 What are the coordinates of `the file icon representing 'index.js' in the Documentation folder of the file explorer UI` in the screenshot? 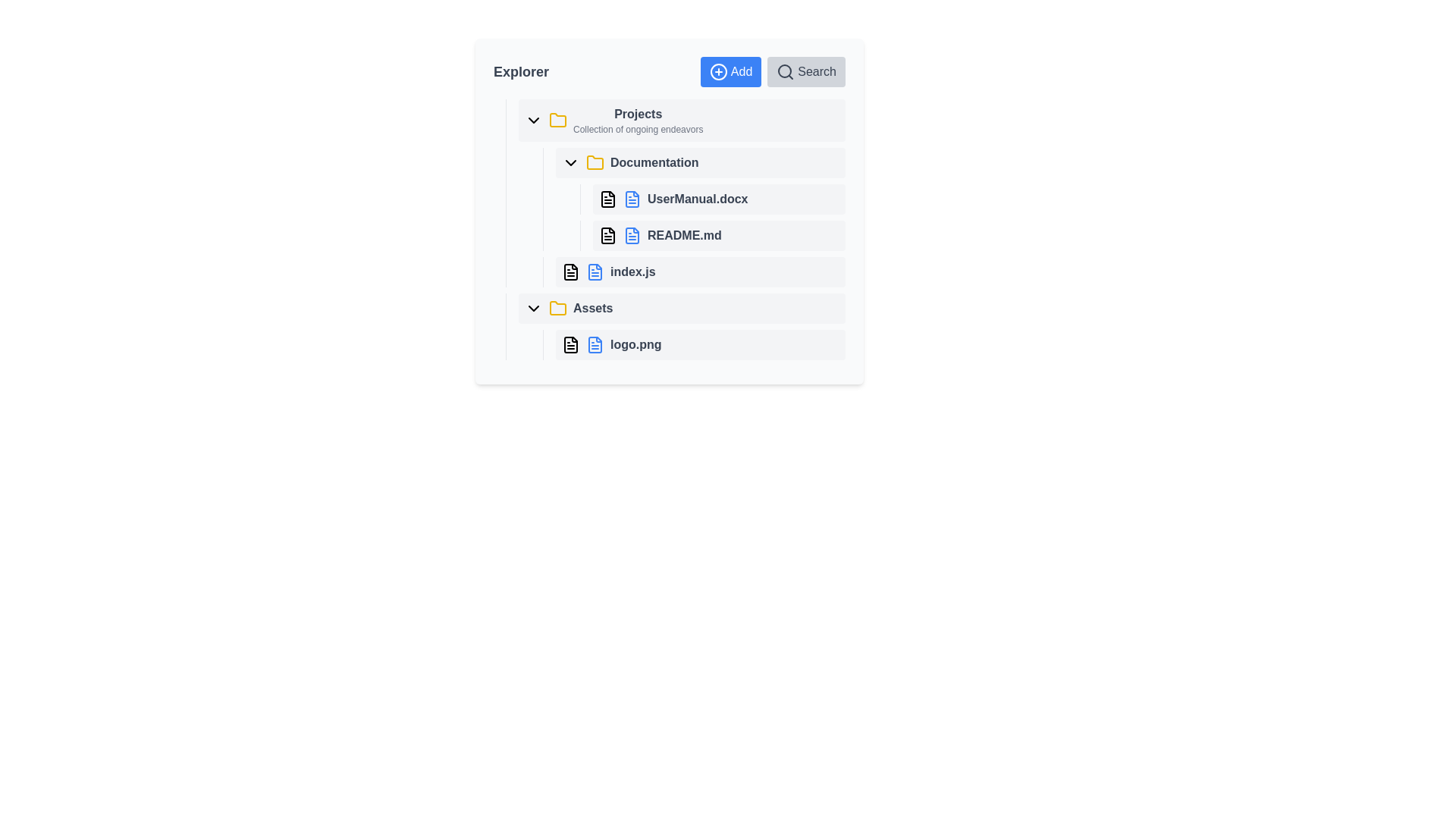 It's located at (570, 271).